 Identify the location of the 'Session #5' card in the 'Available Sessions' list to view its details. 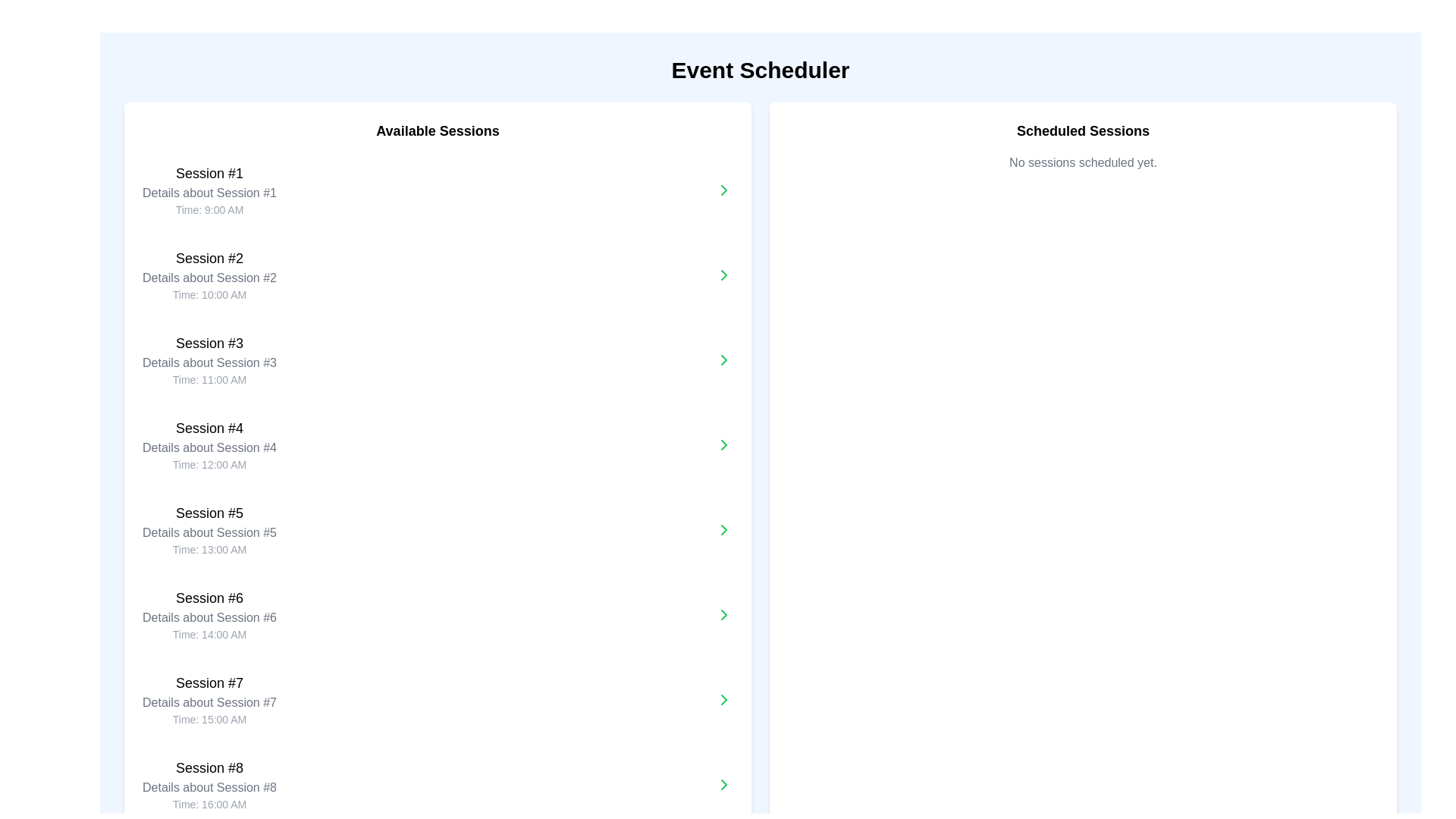
(437, 529).